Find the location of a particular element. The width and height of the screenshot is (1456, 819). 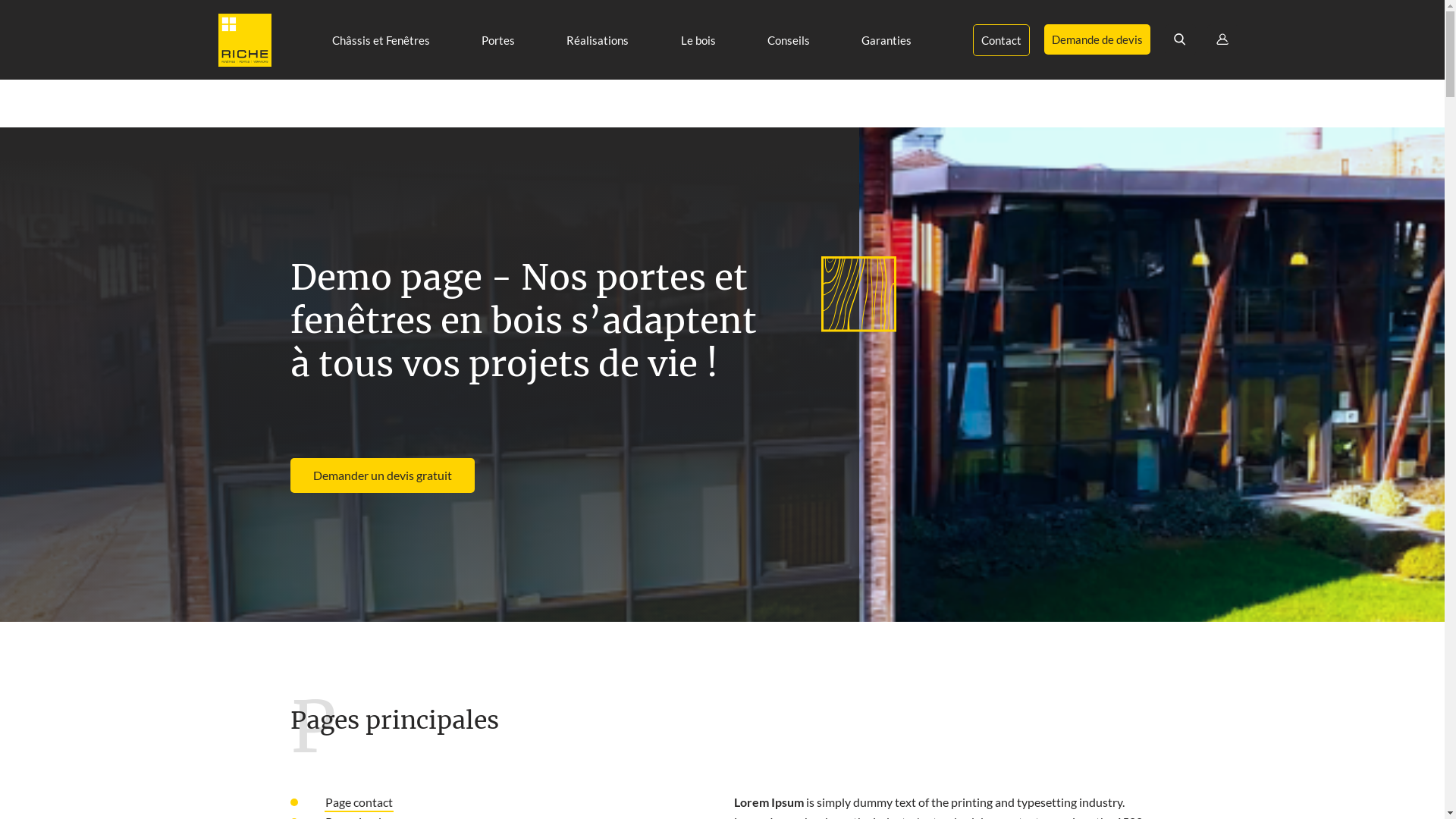

'Page contact' is located at coordinates (358, 801).